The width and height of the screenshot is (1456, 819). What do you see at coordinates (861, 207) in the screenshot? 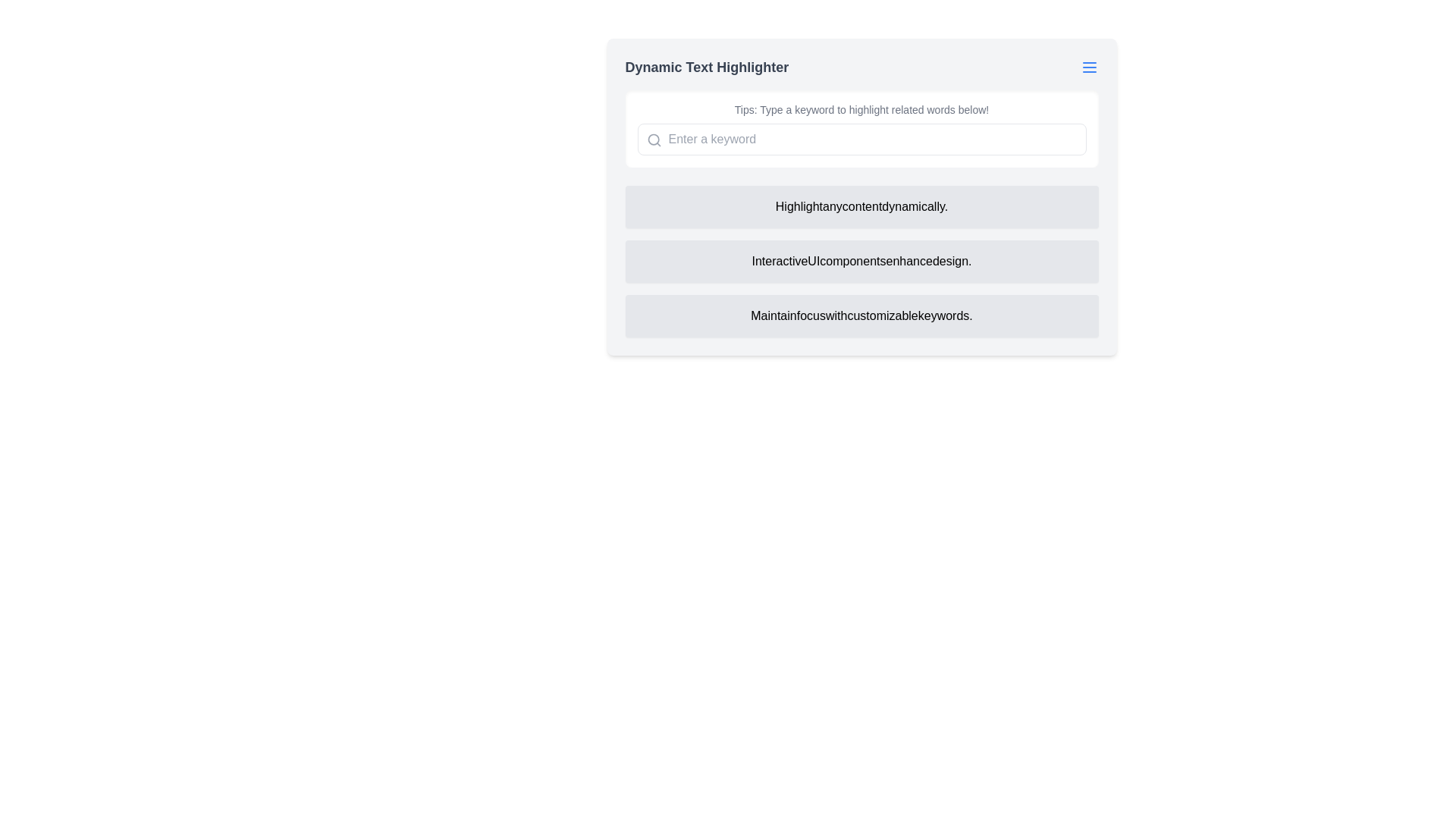
I see `the first static text block in the vertical list, which is positioned directly below the search bar and above the second element that starts with 'Interactive UI components enhance design.'` at bounding box center [861, 207].